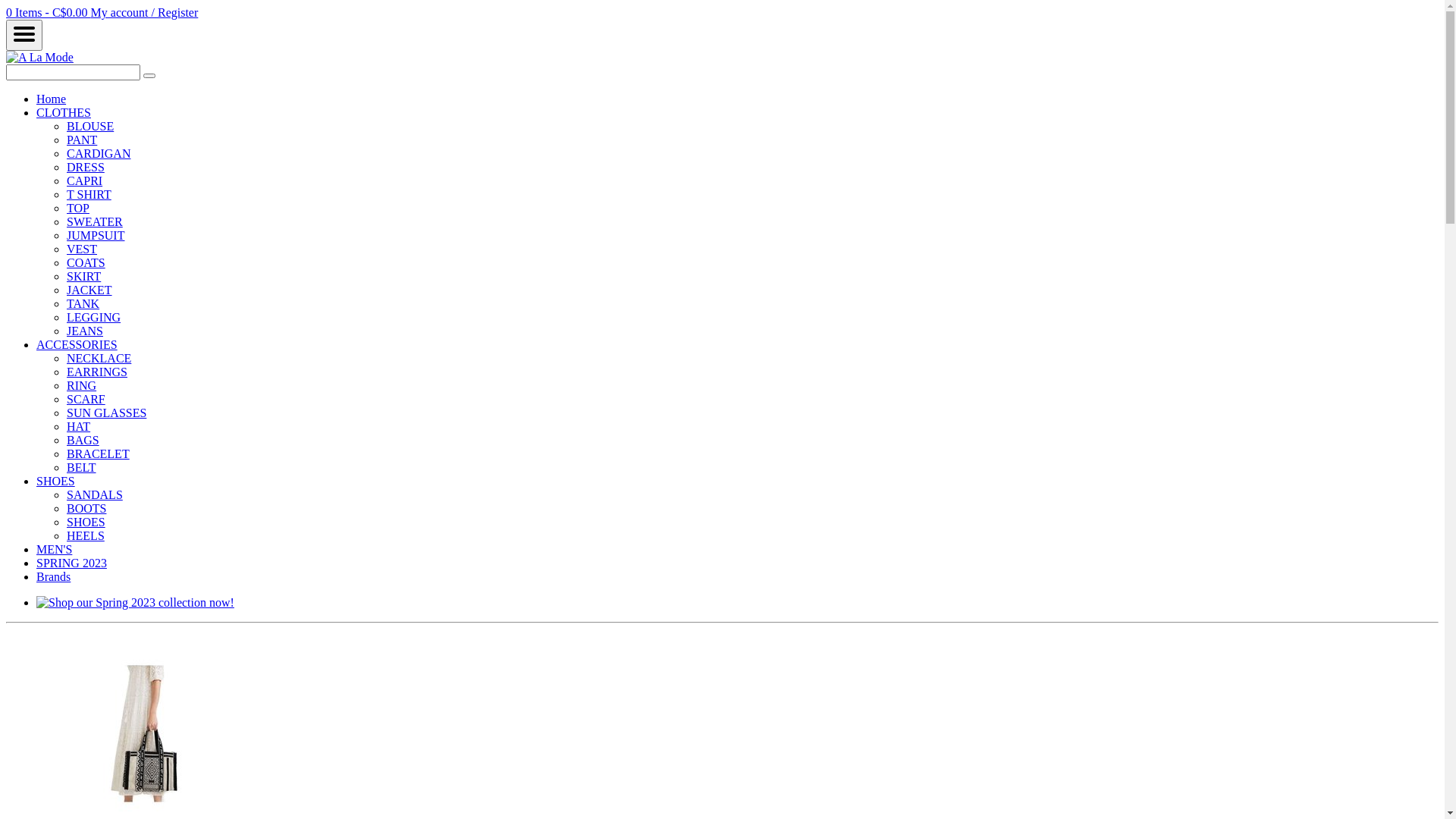 Image resolution: width=1456 pixels, height=819 pixels. What do you see at coordinates (88, 193) in the screenshot?
I see `'T SHIRT'` at bounding box center [88, 193].